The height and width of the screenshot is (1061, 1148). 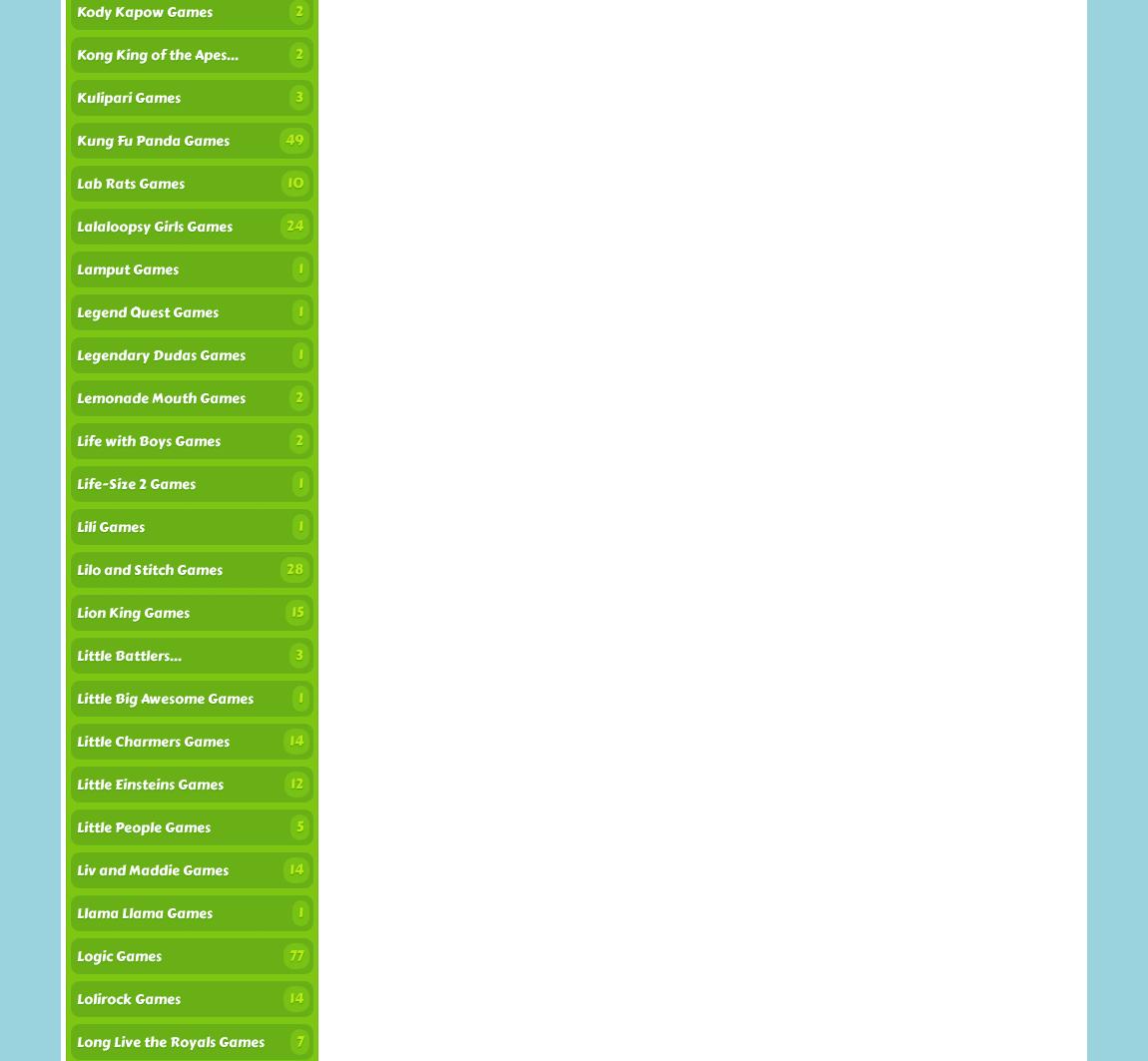 I want to click on 'Lamput Games', so click(x=76, y=269).